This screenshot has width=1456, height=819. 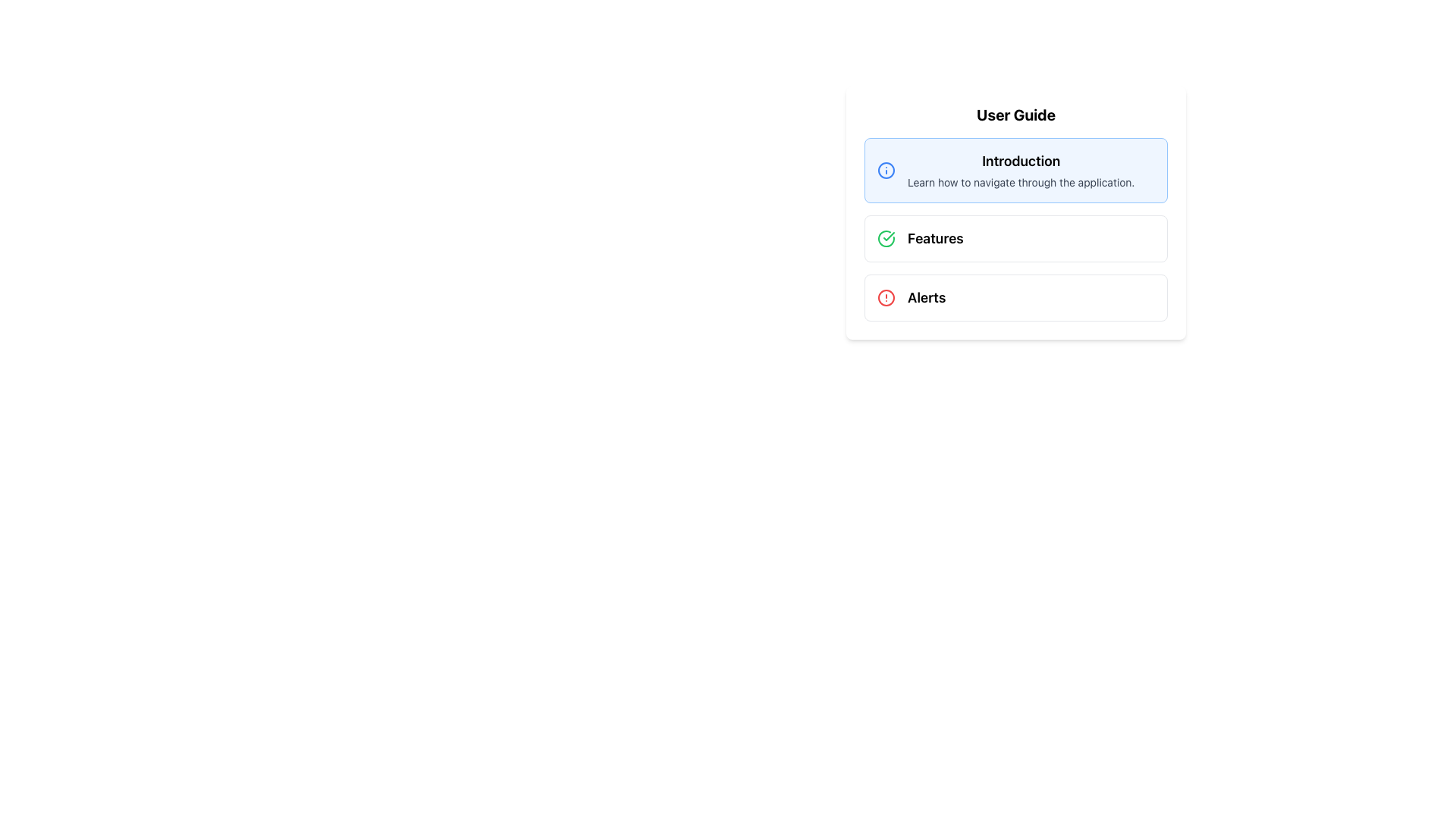 I want to click on the Text label that serves as the title or heading for the section located under the 'User Guide' title and above the 'Features' section, so click(x=1021, y=161).